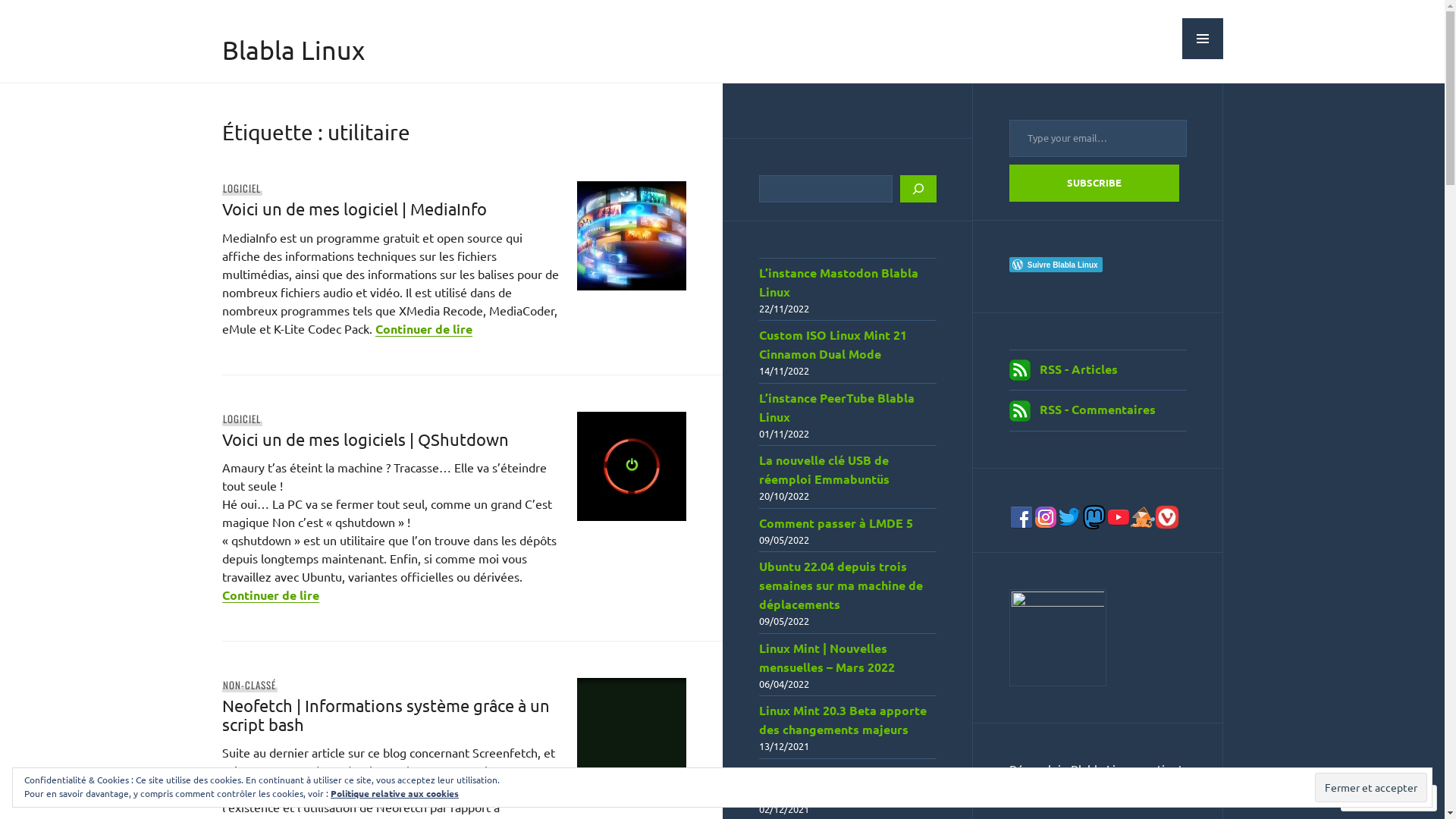 The width and height of the screenshot is (1456, 819). What do you see at coordinates (1097, 408) in the screenshot?
I see `'RSS - Commentaires'` at bounding box center [1097, 408].